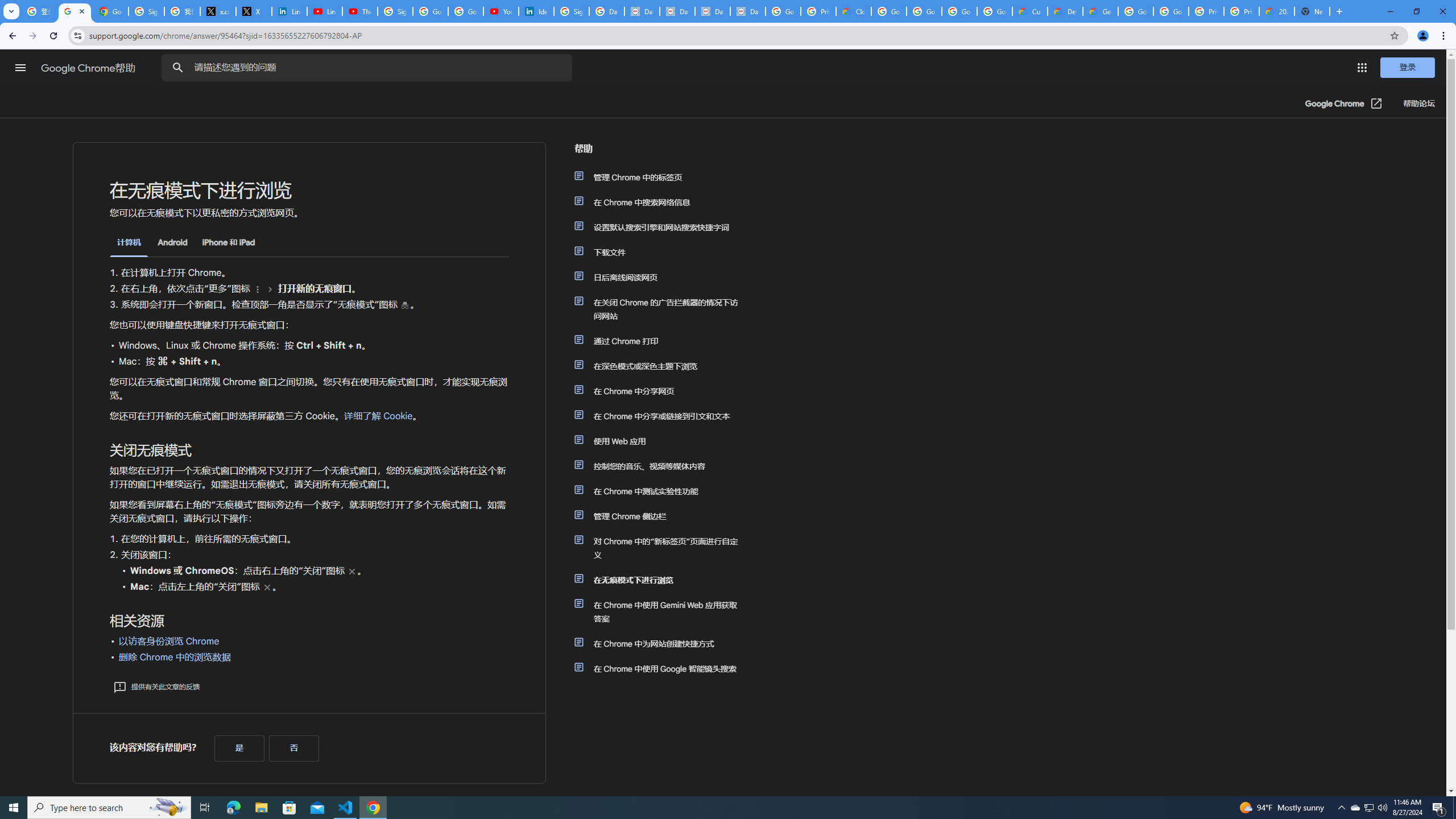 The height and width of the screenshot is (819, 1456). Describe the element at coordinates (1029, 11) in the screenshot. I see `'Customer Care | Google Cloud'` at that location.